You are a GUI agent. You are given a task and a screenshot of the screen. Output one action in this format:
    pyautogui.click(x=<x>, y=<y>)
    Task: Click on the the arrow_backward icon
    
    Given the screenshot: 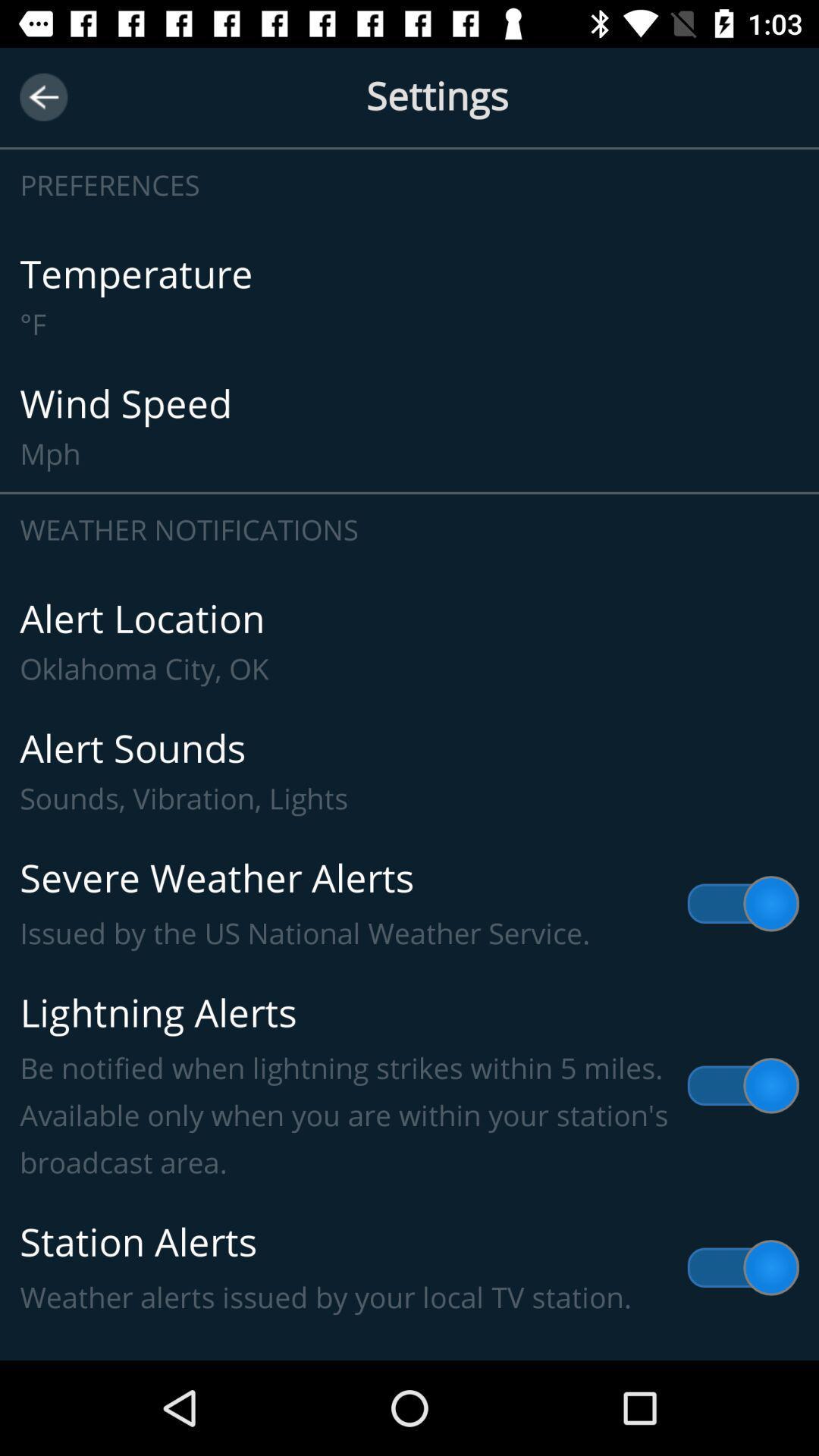 What is the action you would take?
    pyautogui.click(x=42, y=96)
    